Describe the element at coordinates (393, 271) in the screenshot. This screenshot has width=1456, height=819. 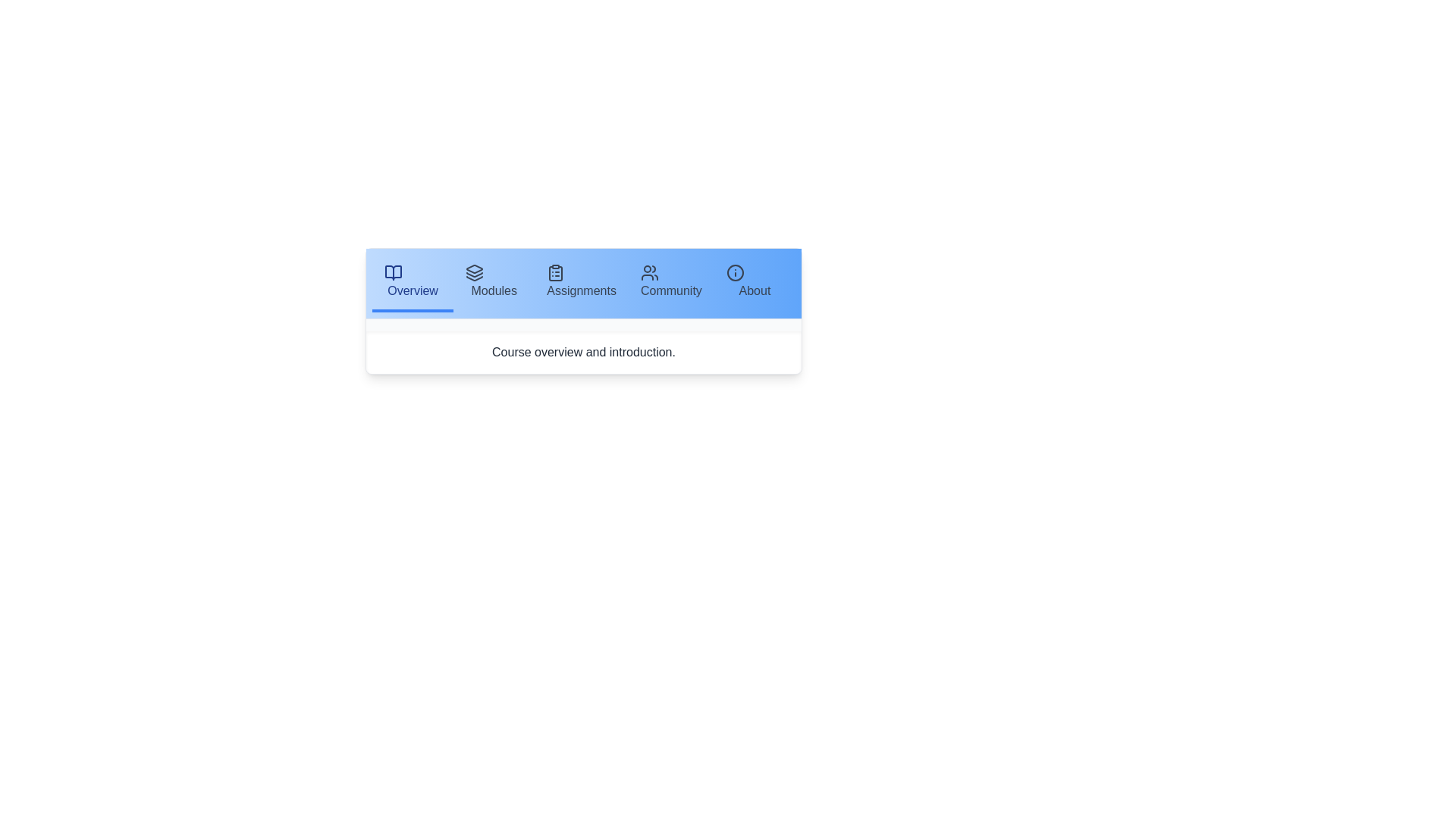
I see `the leftmost icon in the top navigation bar that represents the 'Overview' section` at that location.